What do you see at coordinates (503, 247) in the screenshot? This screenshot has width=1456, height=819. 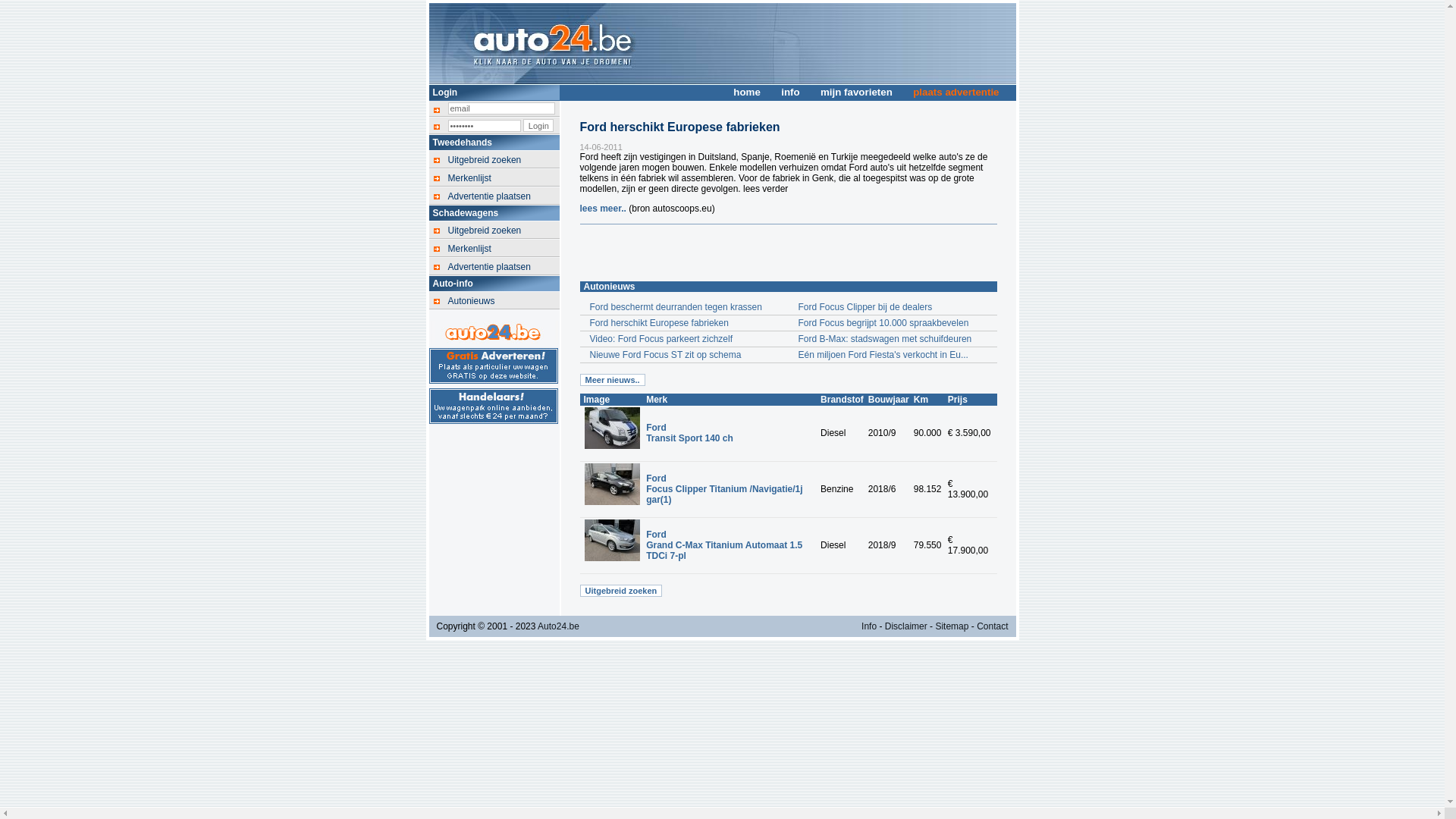 I see `'Merkenlijst'` at bounding box center [503, 247].